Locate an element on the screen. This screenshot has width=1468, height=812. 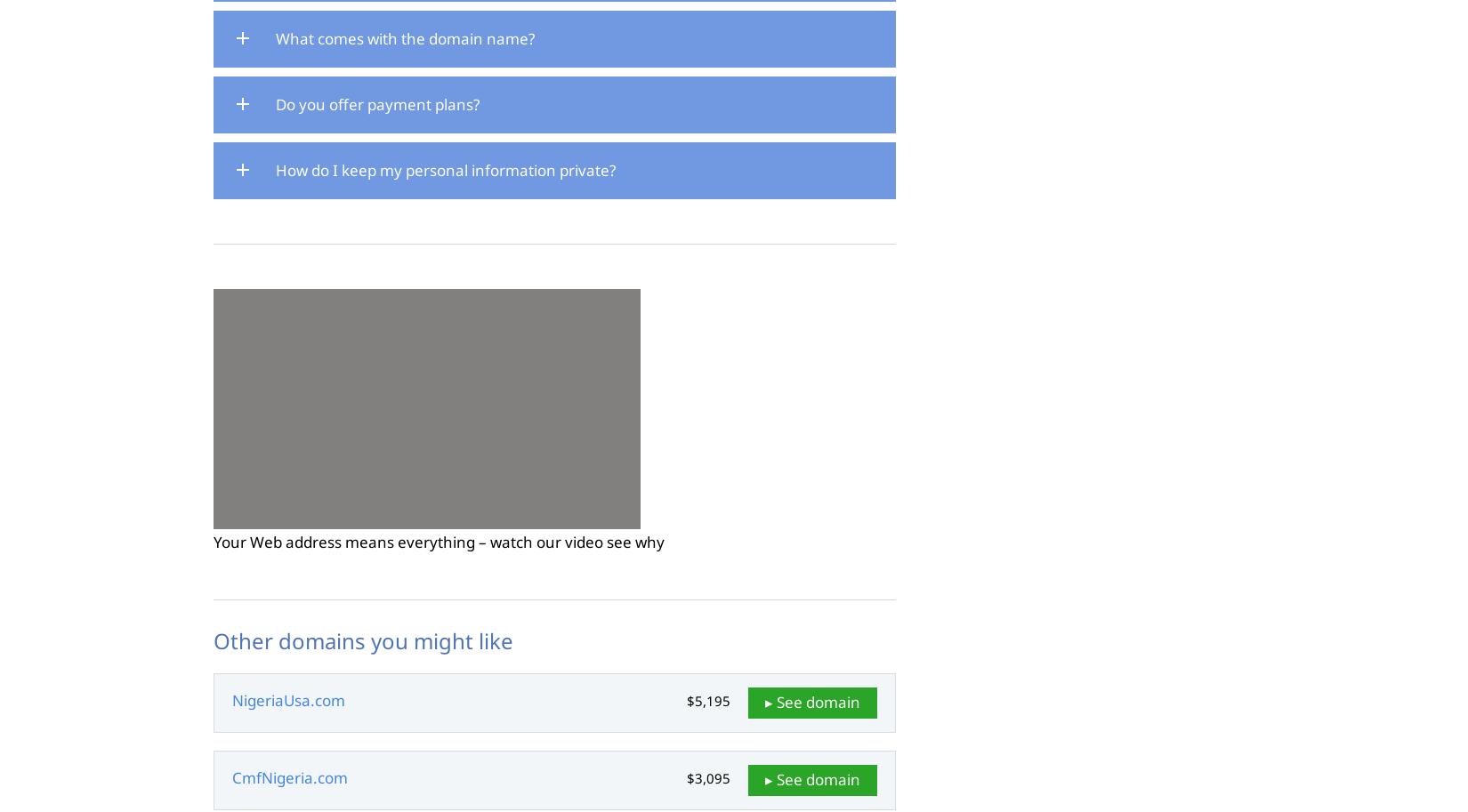
'Other domains you might like' is located at coordinates (363, 639).